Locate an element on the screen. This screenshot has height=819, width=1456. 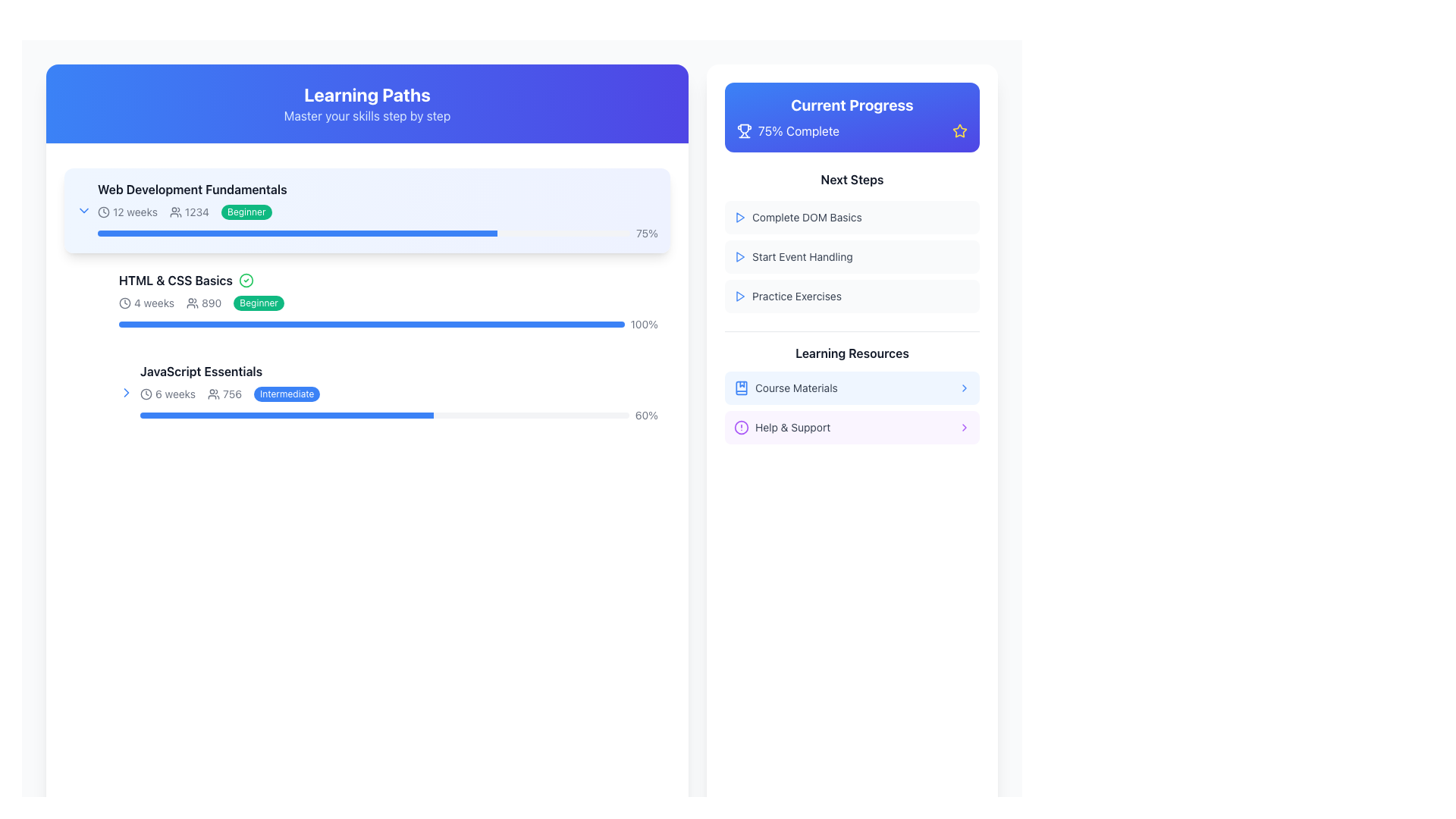
the static label that introduces or categorizes the content below it, located under the 'Next Steps' heading in the 'Current Progress' panel is located at coordinates (852, 353).